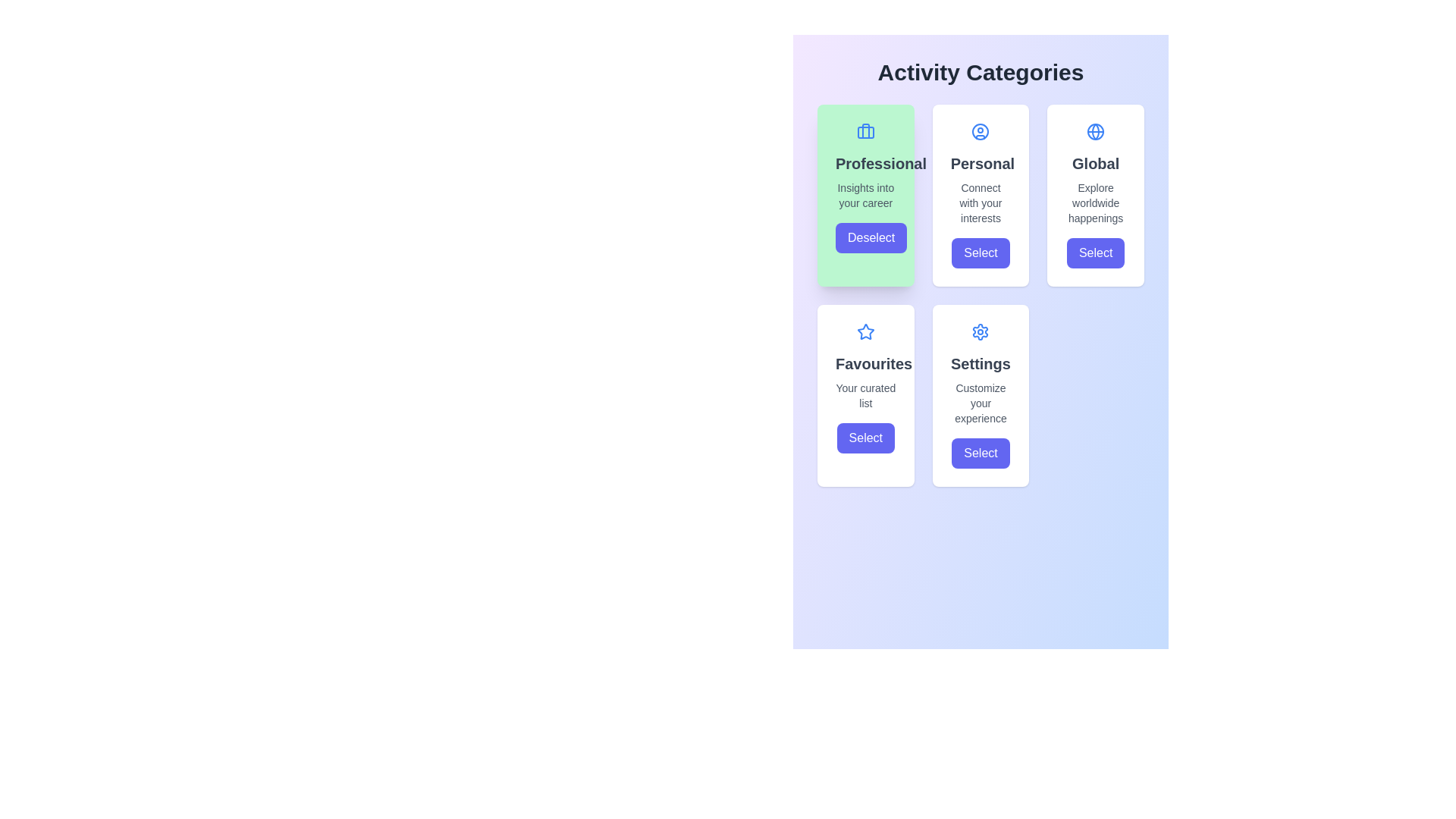 Image resolution: width=1456 pixels, height=819 pixels. Describe the element at coordinates (981, 403) in the screenshot. I see `the informational subtitle or description text label for the 'Settings' section, which is positioned beneath the 'Settings' title and above the 'Select' button` at that location.